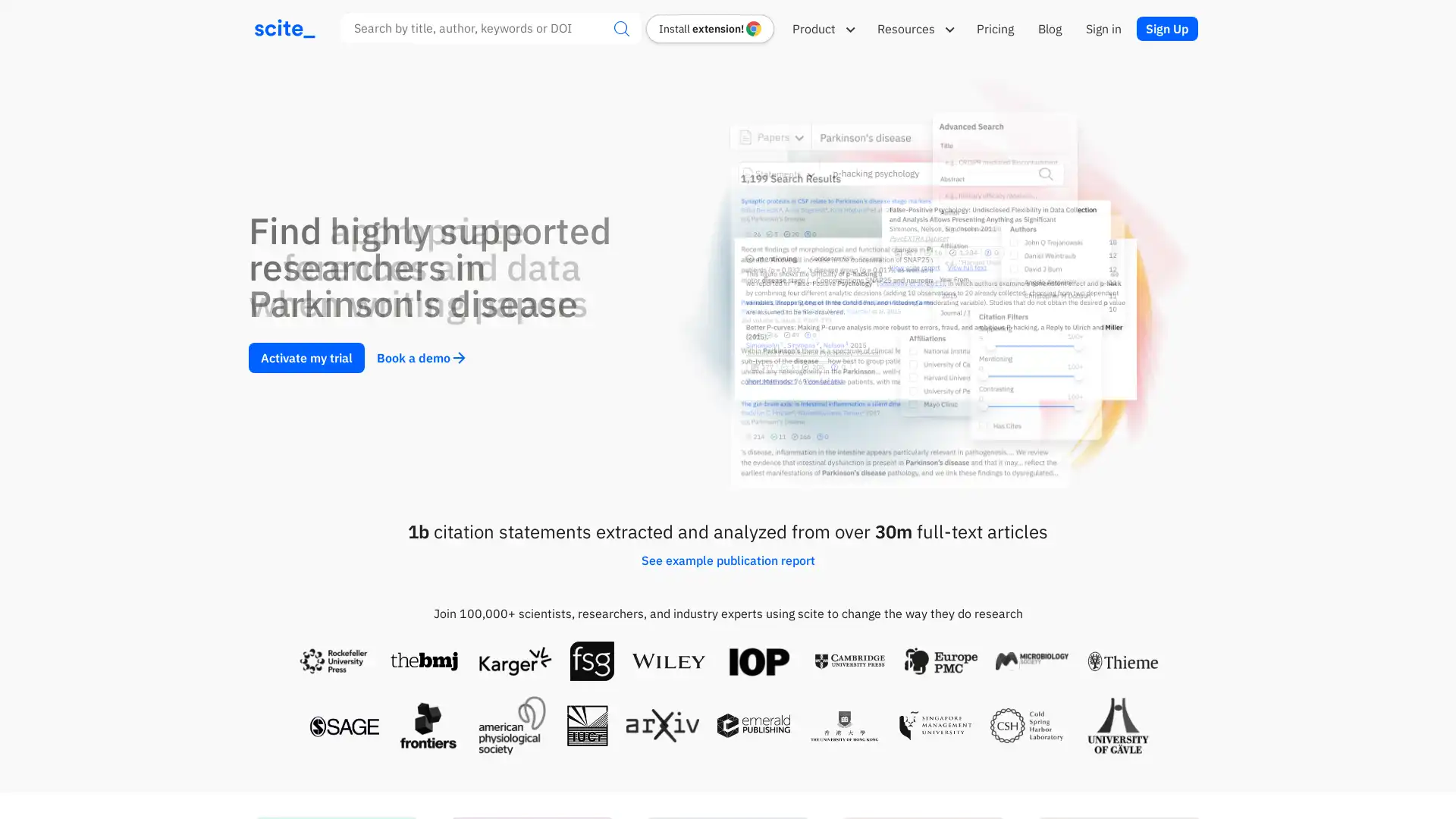 This screenshot has height=819, width=1456. Describe the element at coordinates (709, 28) in the screenshot. I see `Install extension! chrome` at that location.